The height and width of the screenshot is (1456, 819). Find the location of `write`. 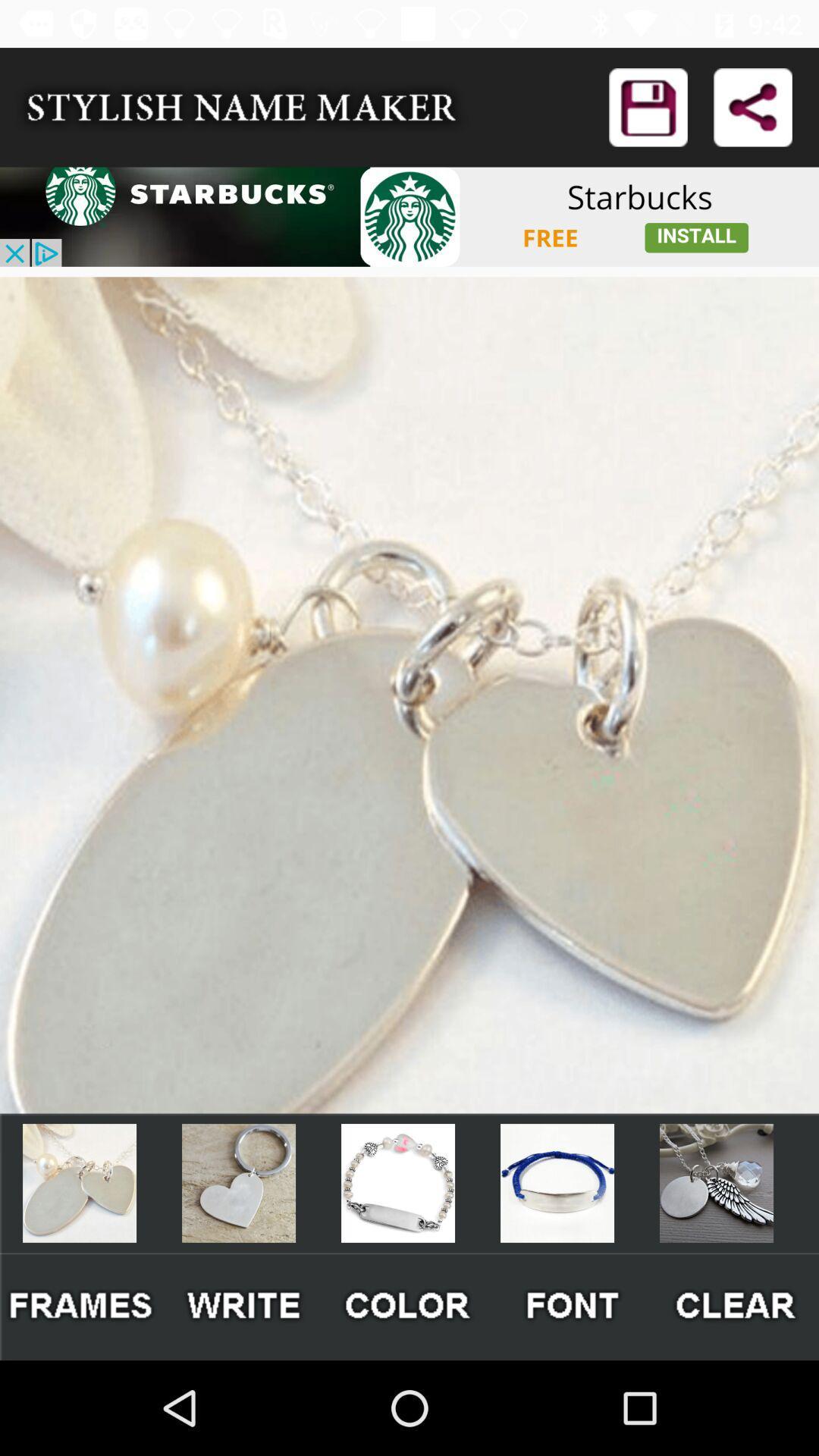

write is located at coordinates (244, 1306).